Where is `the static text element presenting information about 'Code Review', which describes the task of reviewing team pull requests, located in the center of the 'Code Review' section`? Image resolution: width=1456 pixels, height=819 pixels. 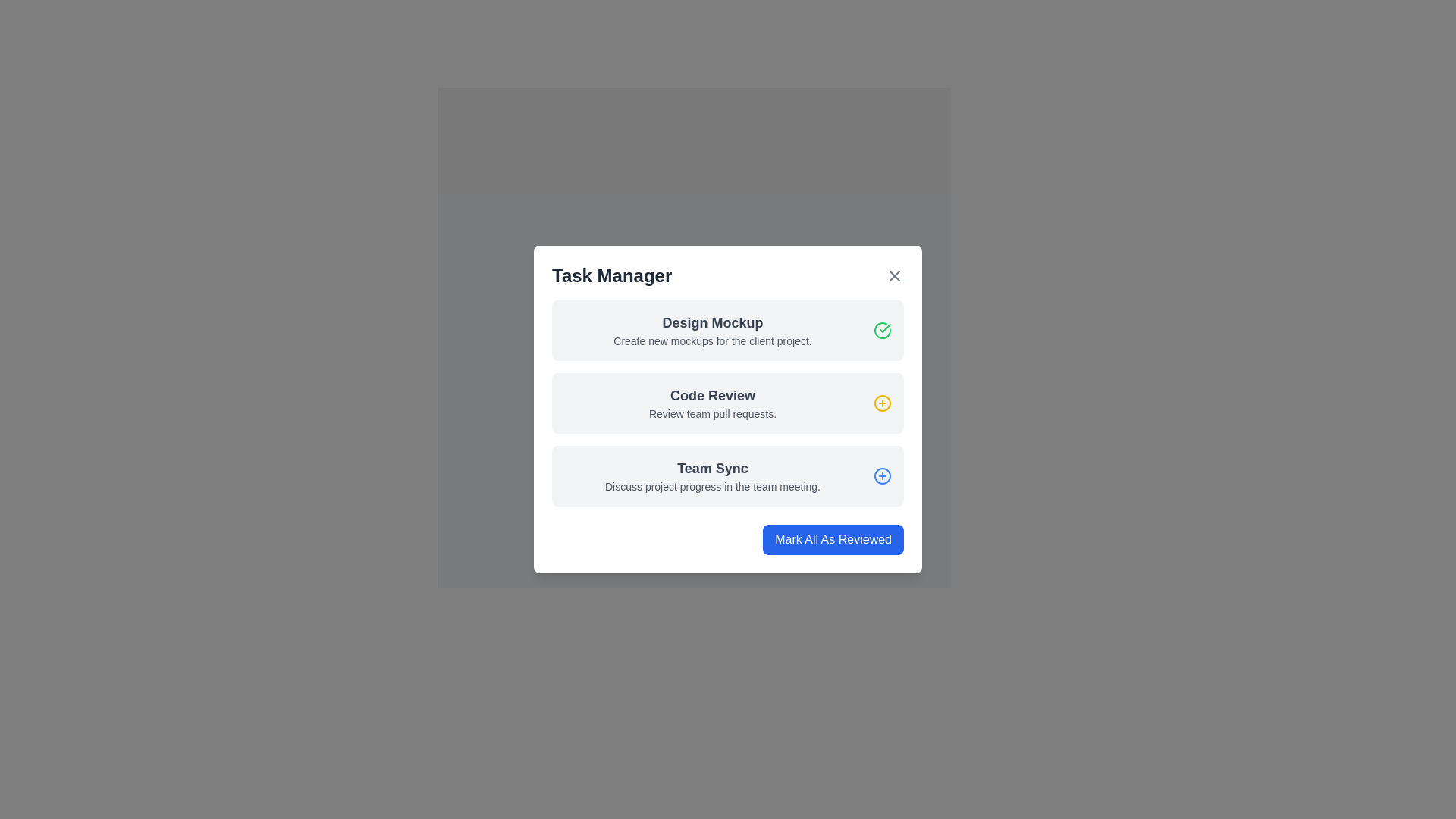
the static text element presenting information about 'Code Review', which describes the task of reviewing team pull requests, located in the center of the 'Code Review' section is located at coordinates (712, 403).